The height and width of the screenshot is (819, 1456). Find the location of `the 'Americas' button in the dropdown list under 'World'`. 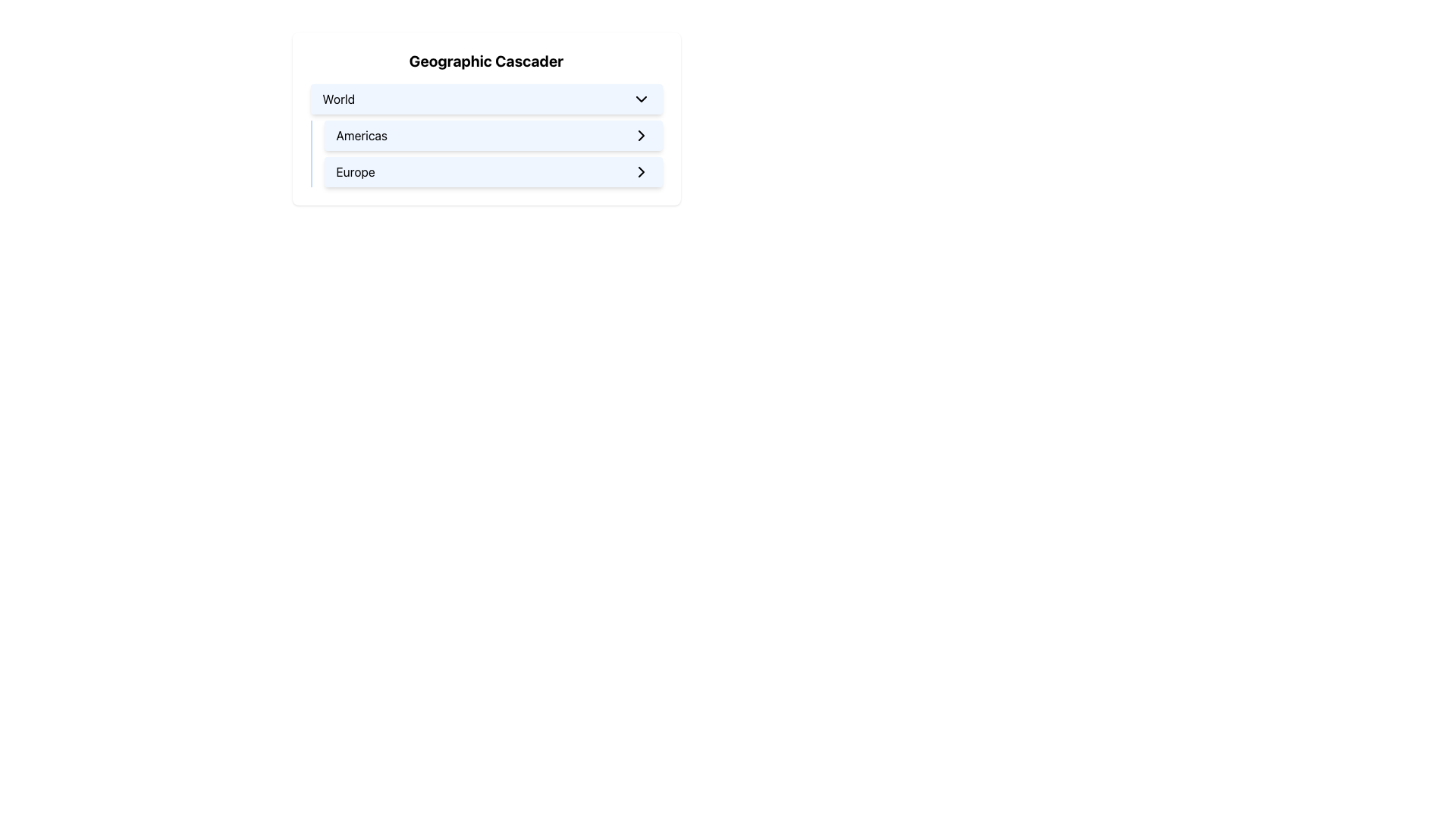

the 'Americas' button in the dropdown list under 'World' is located at coordinates (493, 134).